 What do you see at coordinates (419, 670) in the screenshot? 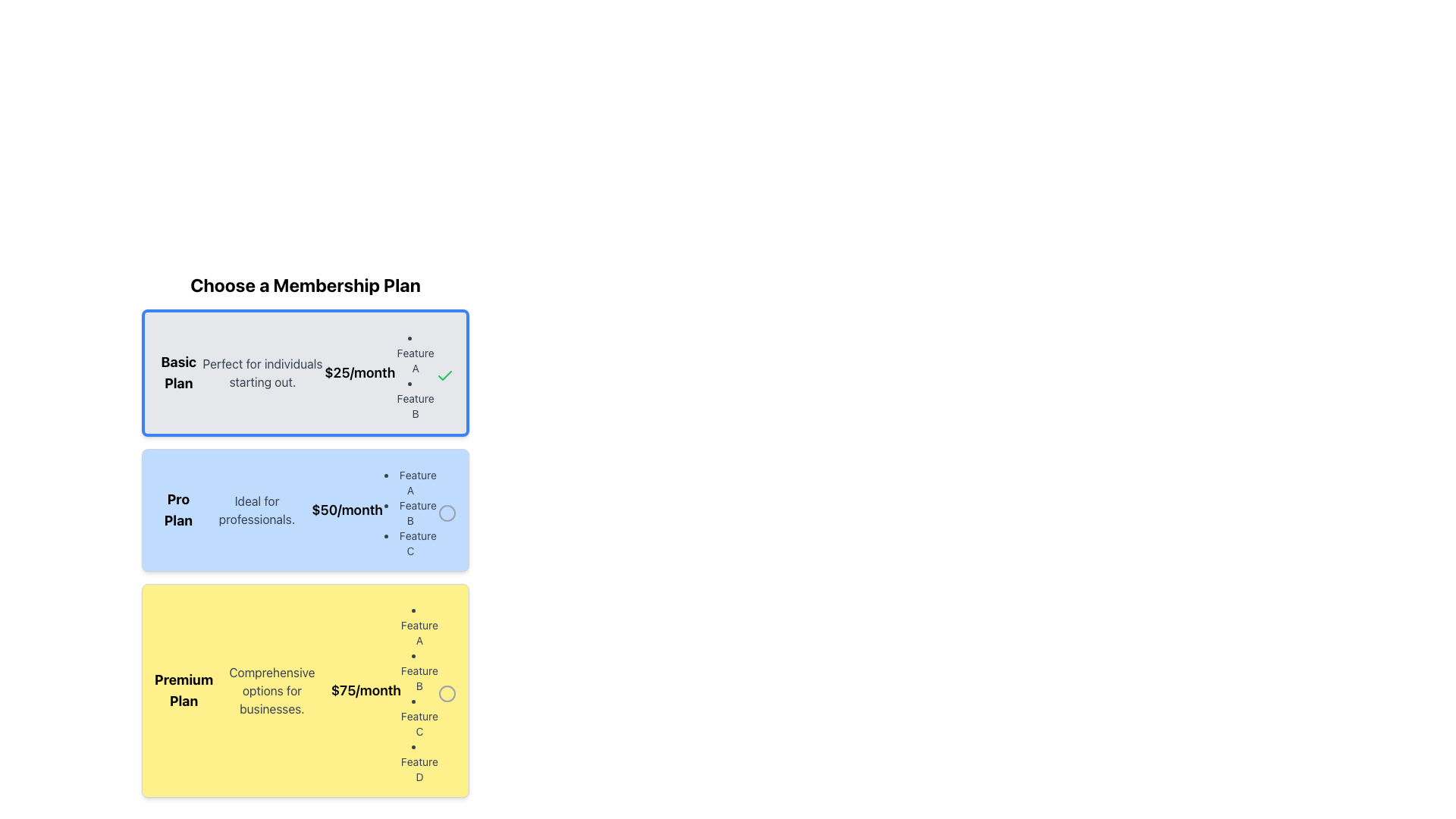
I see `the second text label in the 'Premium Plan' section that describes a specific feature, located below 'Feature A' and above 'Feature C'` at bounding box center [419, 670].